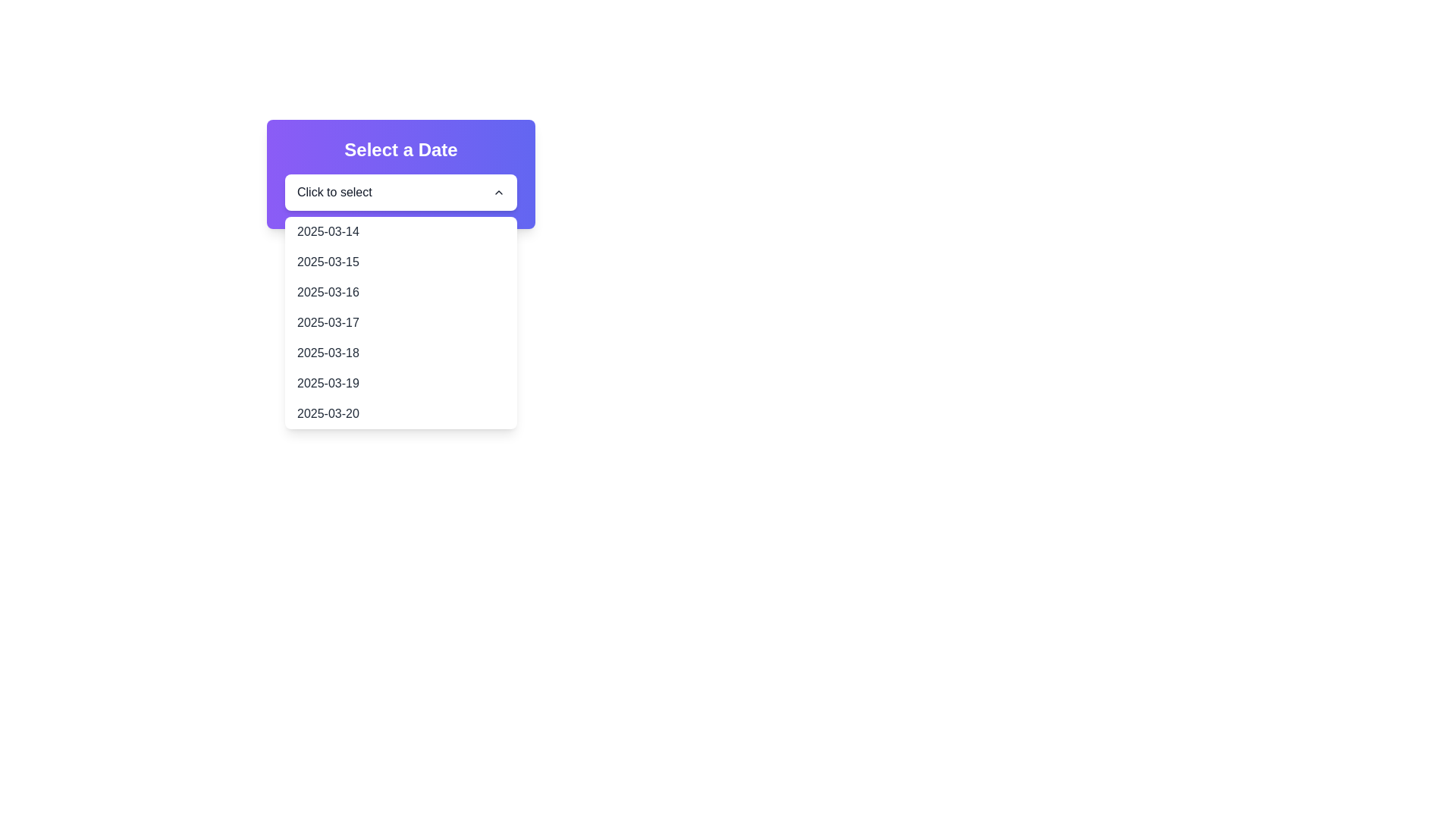  I want to click on the selectable dropdown list item displaying '2025-03-18', so click(400, 353).